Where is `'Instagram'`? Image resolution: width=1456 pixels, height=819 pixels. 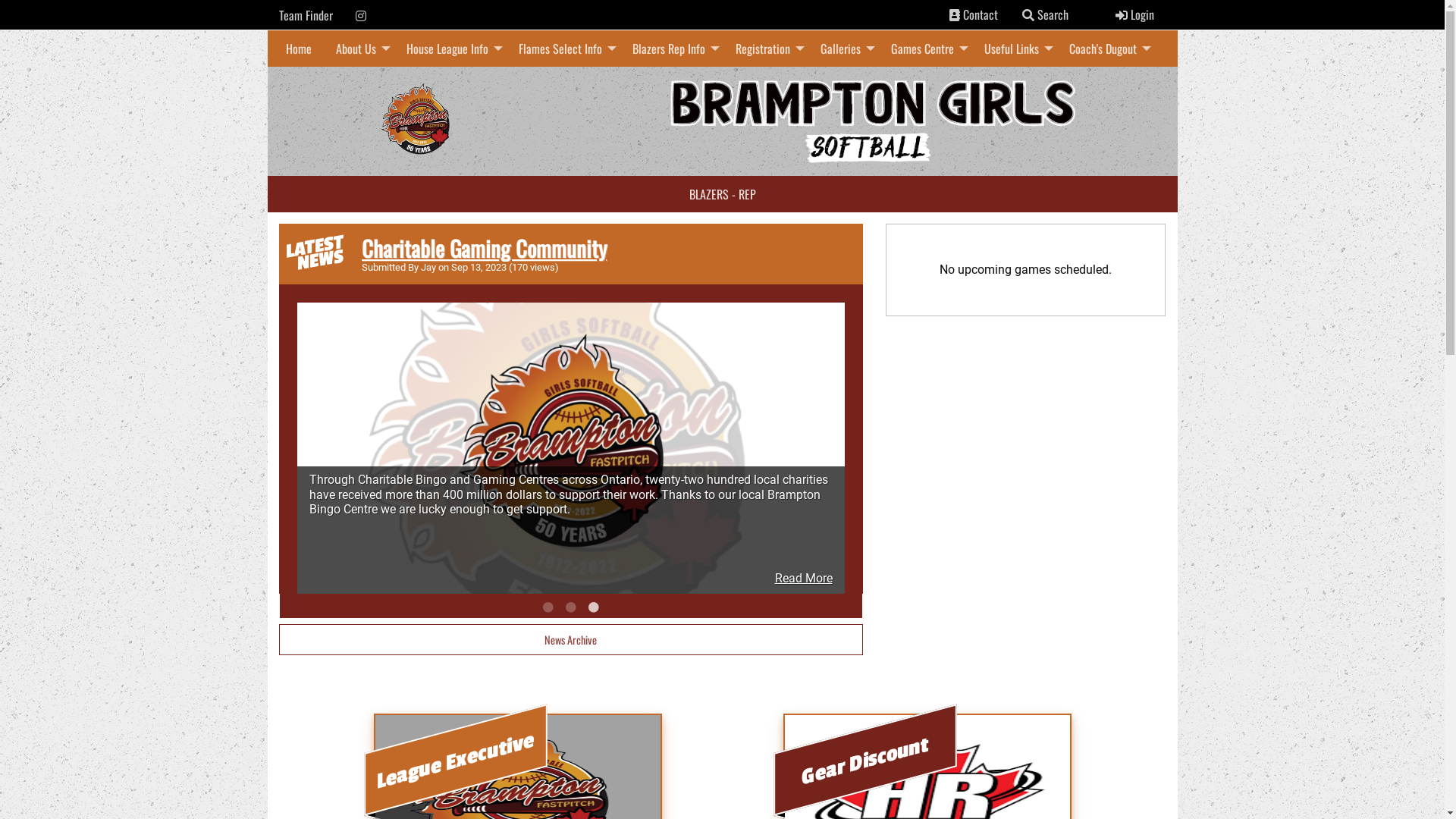
'Instagram' is located at coordinates (359, 15).